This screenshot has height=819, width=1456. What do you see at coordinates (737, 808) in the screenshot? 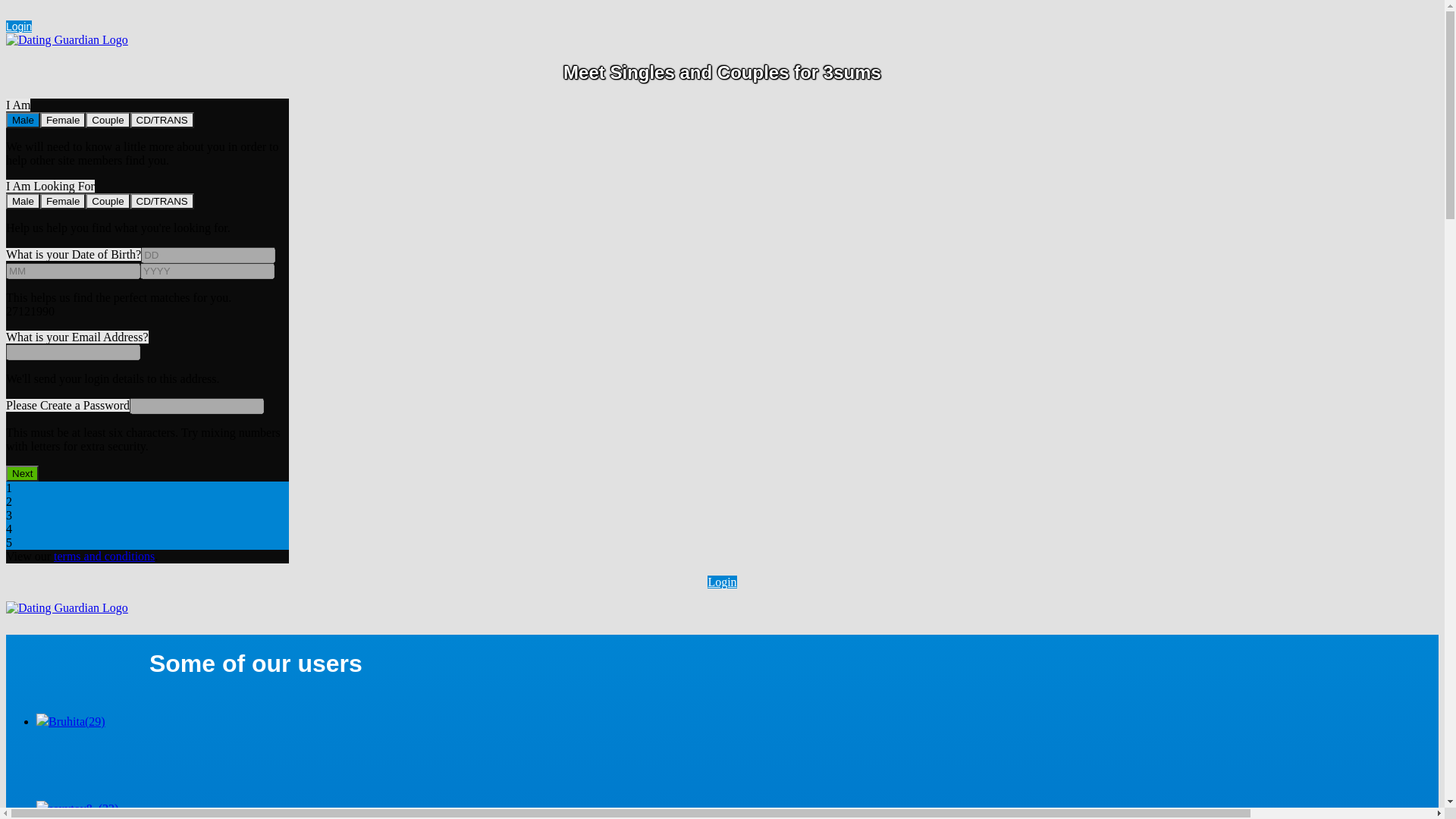
I see `'sexytoy8..(32)'` at bounding box center [737, 808].